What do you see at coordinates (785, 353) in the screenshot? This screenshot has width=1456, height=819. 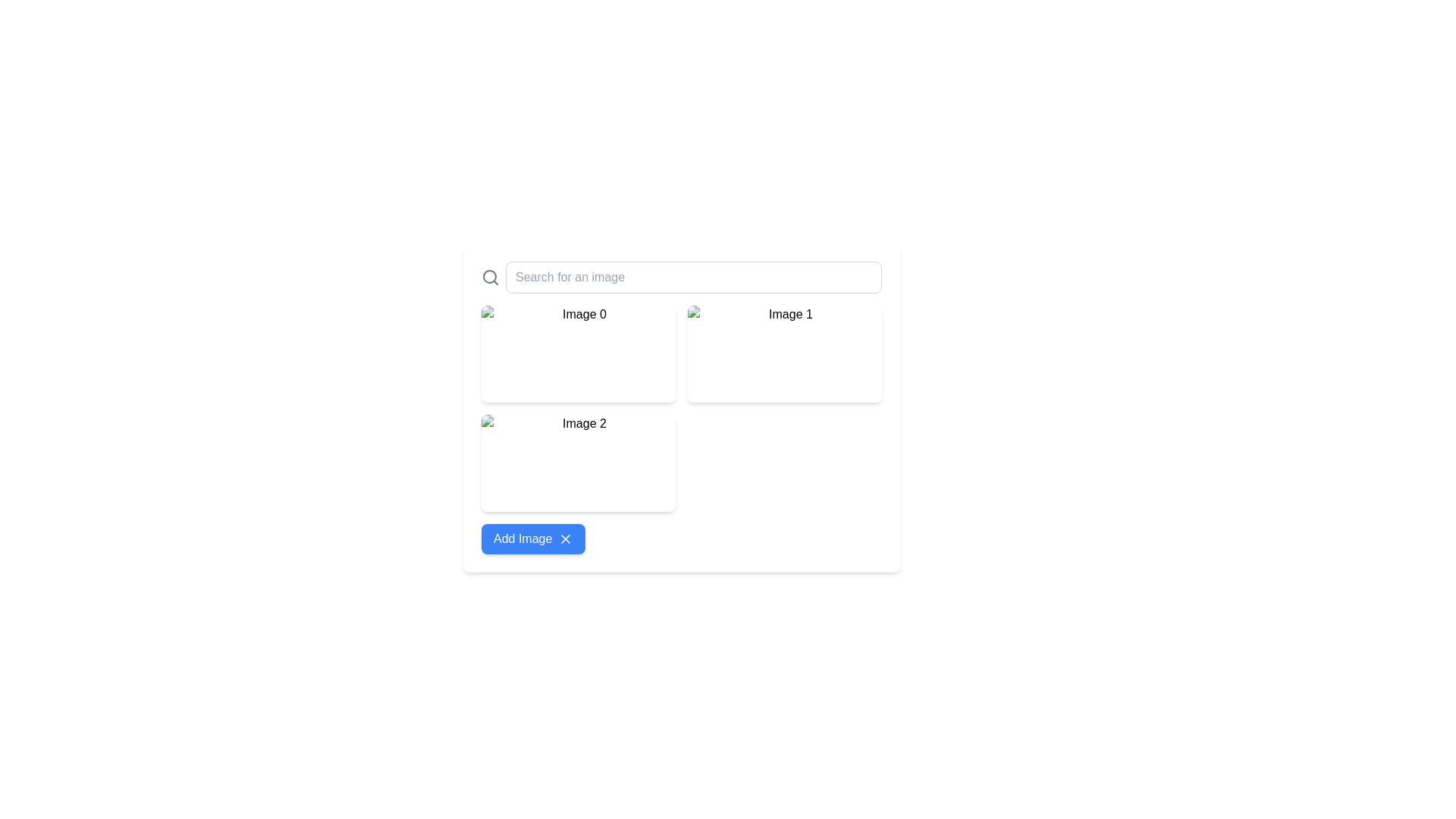 I see `the image located in the top-right corner of a two-column grid layout` at bounding box center [785, 353].